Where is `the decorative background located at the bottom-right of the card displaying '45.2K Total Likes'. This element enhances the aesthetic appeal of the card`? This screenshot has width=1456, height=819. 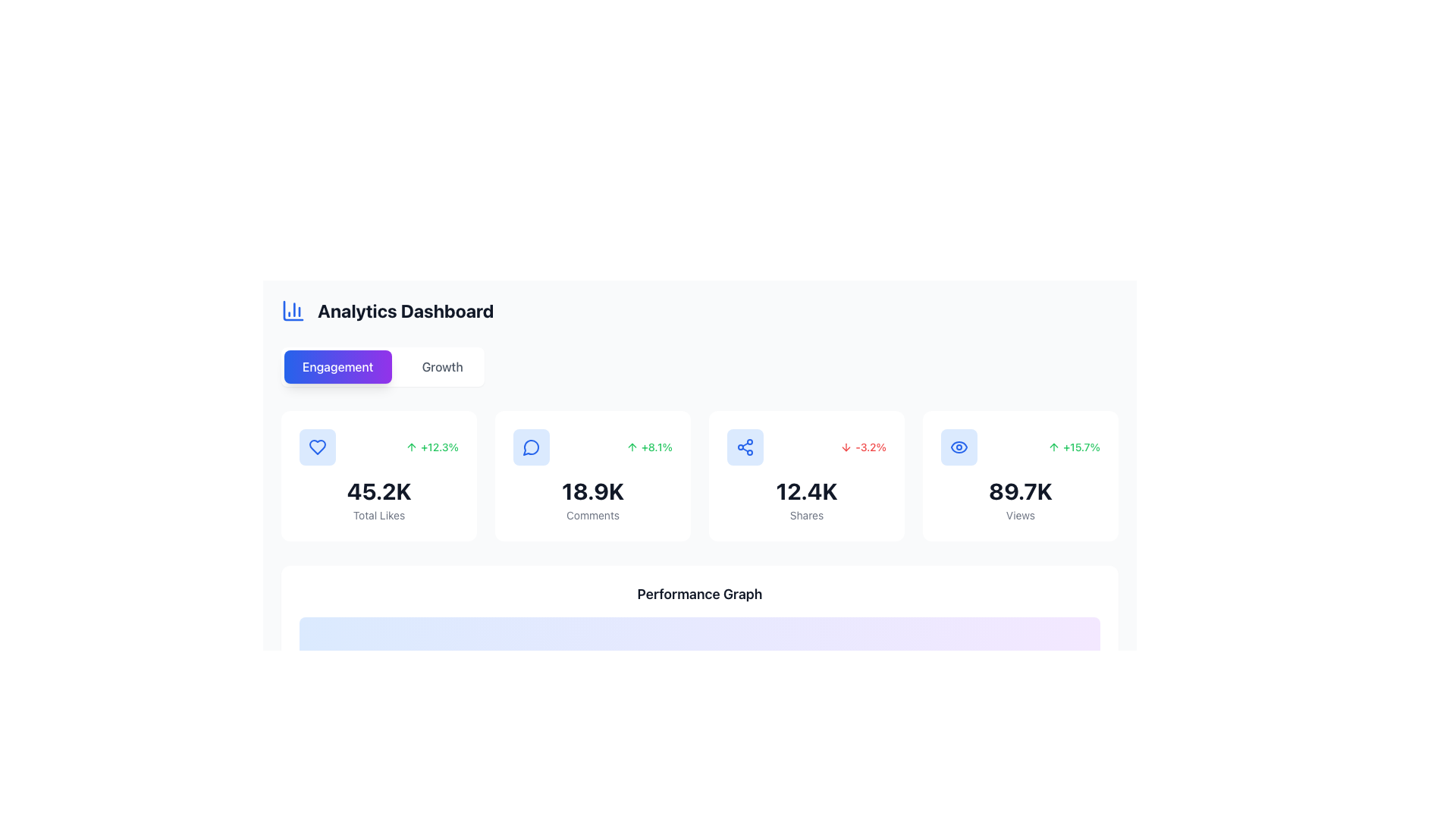
the decorative background located at the bottom-right of the card displaying '45.2K Total Likes'. This element enhances the aesthetic appeal of the card is located at coordinates (451, 516).